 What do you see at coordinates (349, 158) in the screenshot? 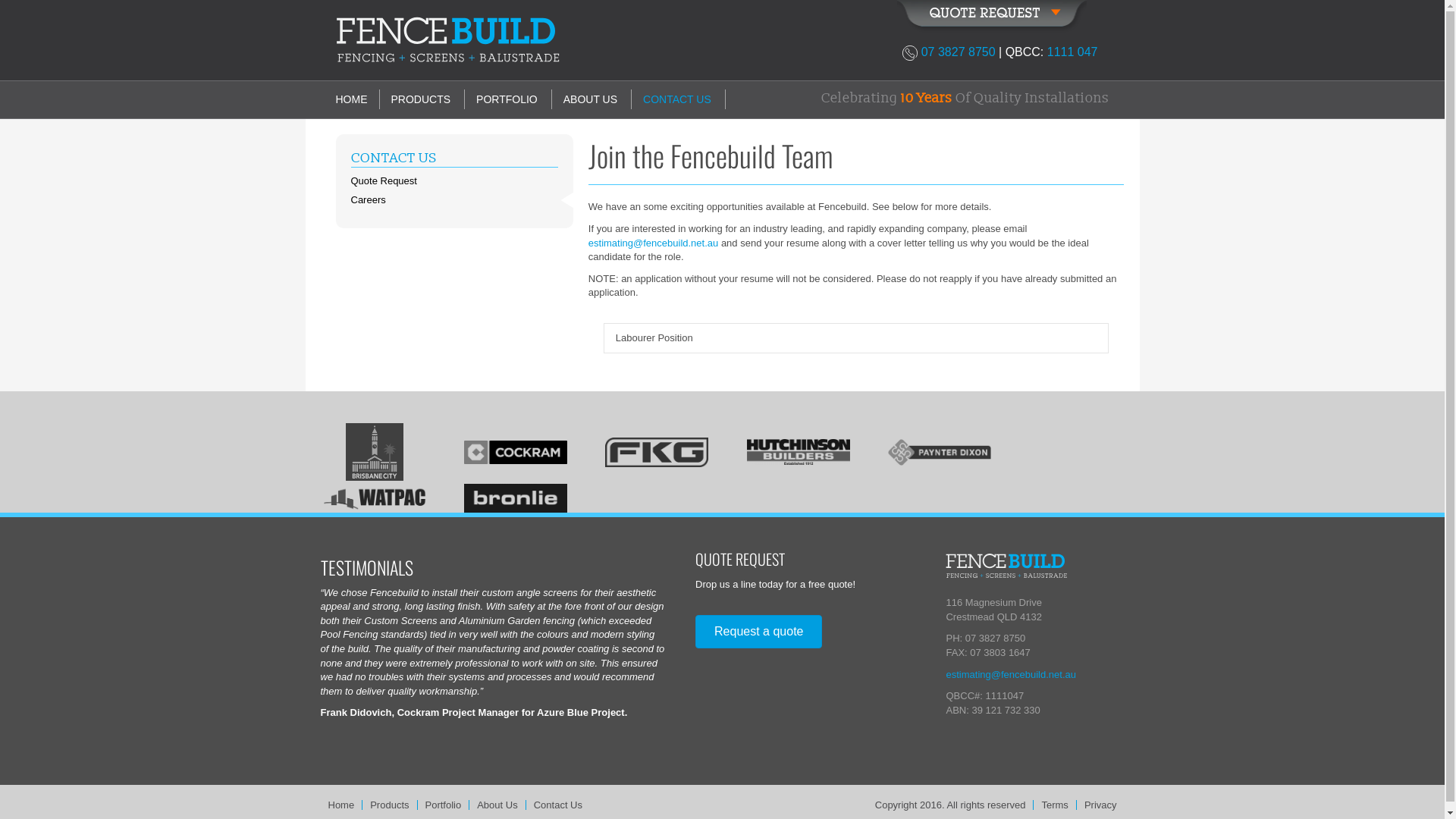
I see `'CONTACT US'` at bounding box center [349, 158].